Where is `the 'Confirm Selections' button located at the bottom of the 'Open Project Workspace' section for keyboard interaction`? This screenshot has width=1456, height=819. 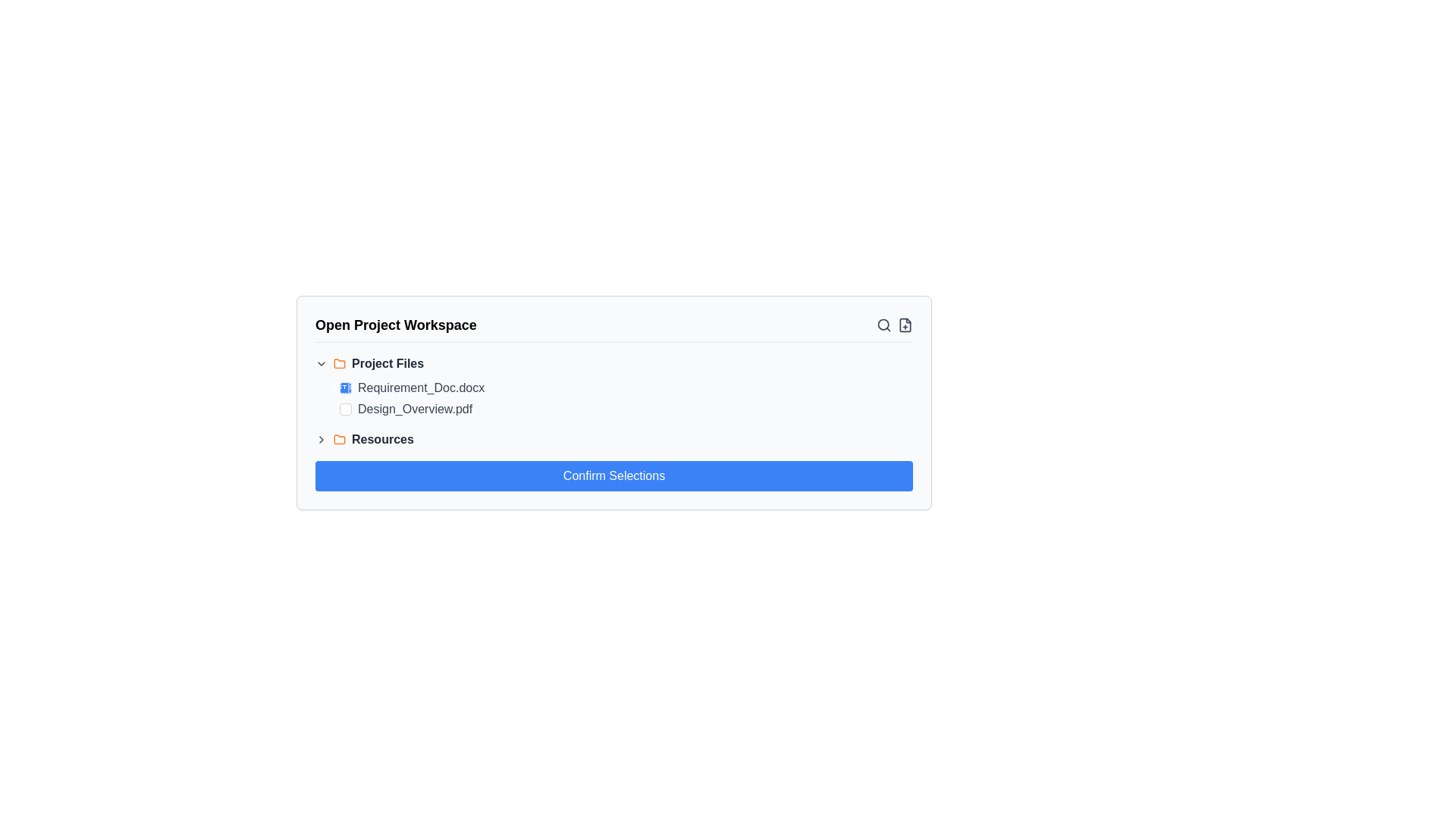
the 'Confirm Selections' button located at the bottom of the 'Open Project Workspace' section for keyboard interaction is located at coordinates (614, 475).